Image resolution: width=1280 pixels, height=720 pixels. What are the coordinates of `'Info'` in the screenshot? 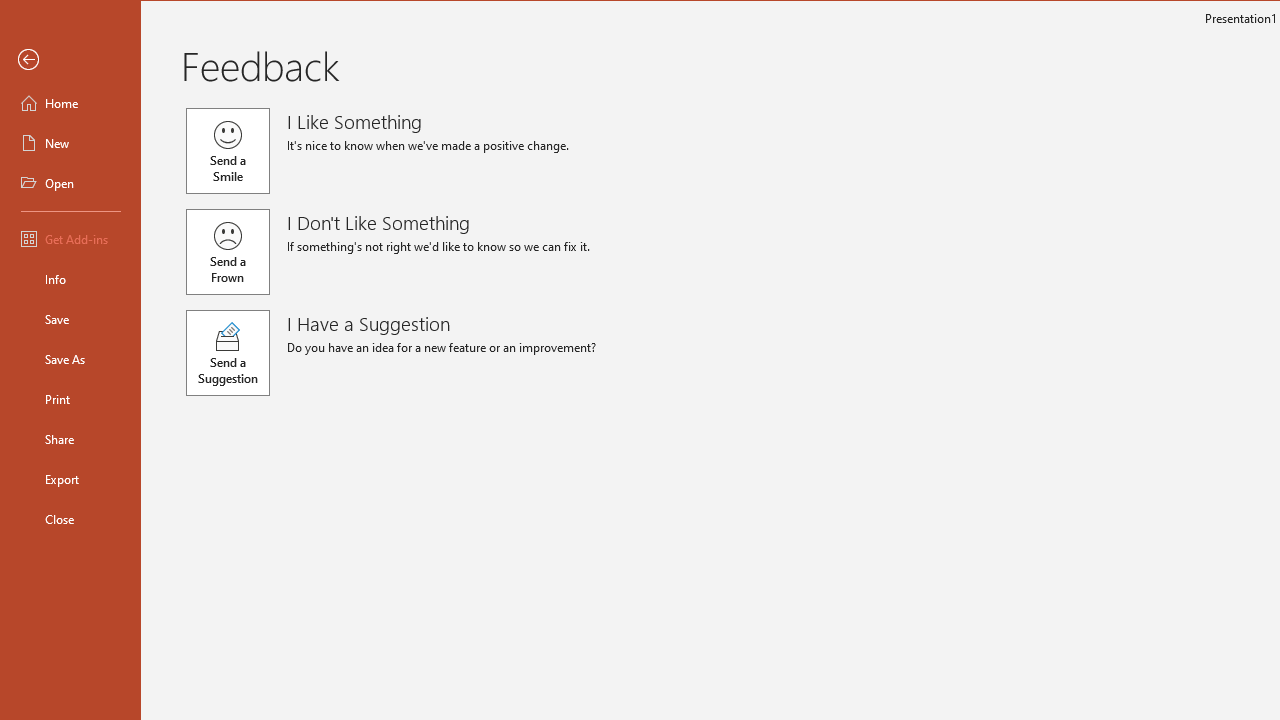 It's located at (71, 279).